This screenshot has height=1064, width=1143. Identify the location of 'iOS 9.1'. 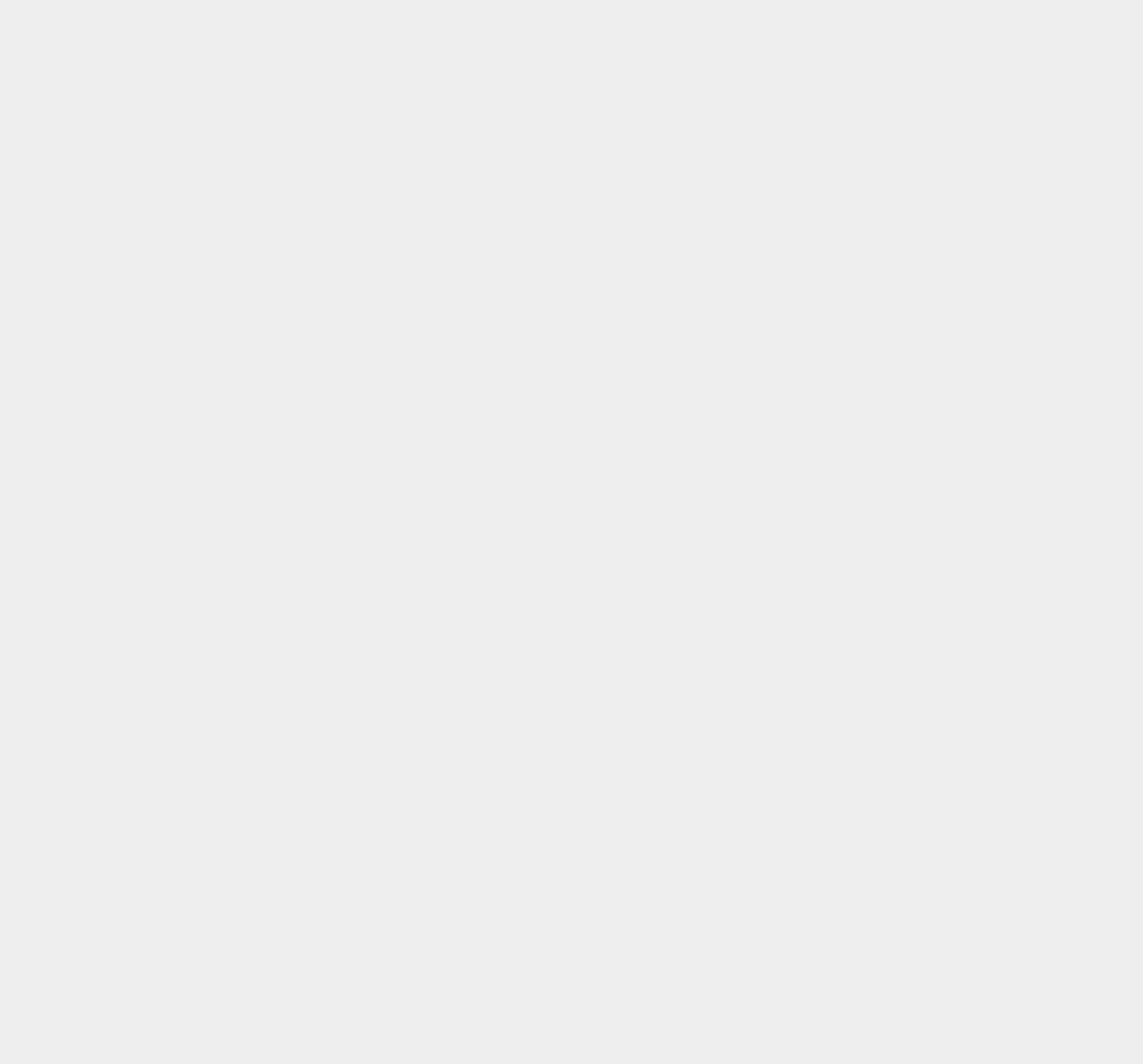
(829, 443).